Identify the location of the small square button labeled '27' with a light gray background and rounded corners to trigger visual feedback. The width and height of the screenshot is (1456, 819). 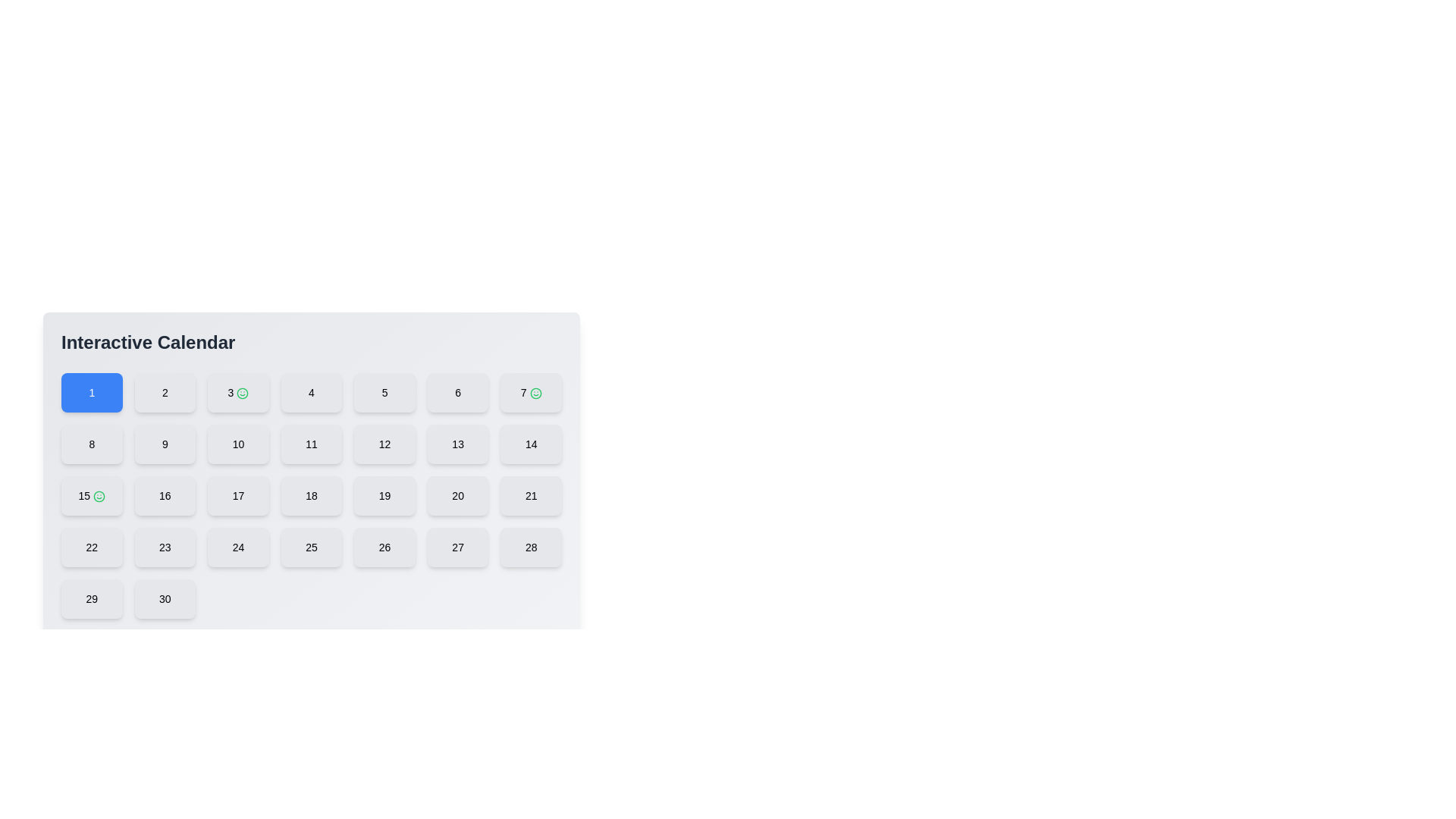
(457, 547).